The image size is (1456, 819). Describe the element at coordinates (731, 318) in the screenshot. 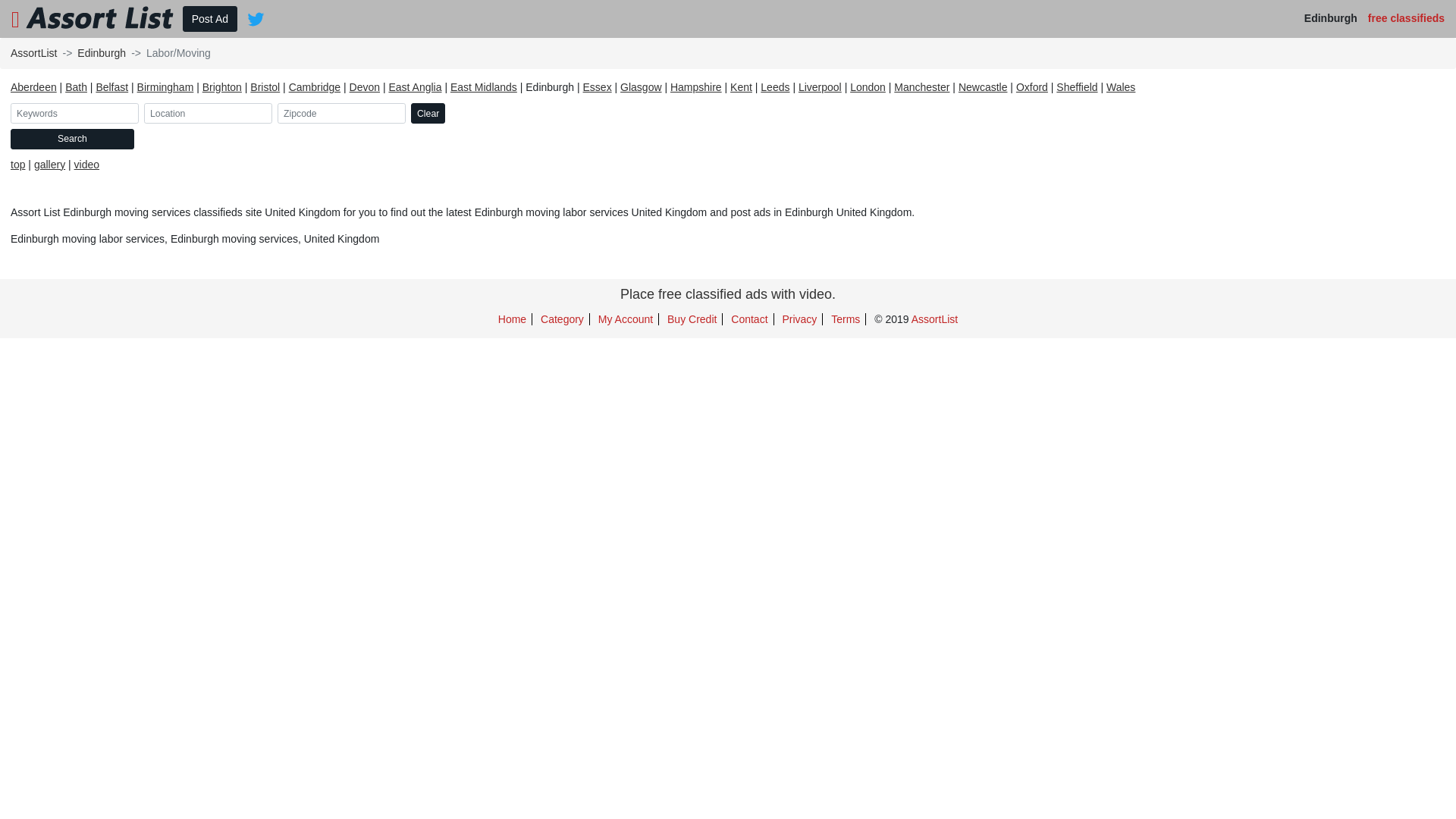

I see `'Contact'` at that location.